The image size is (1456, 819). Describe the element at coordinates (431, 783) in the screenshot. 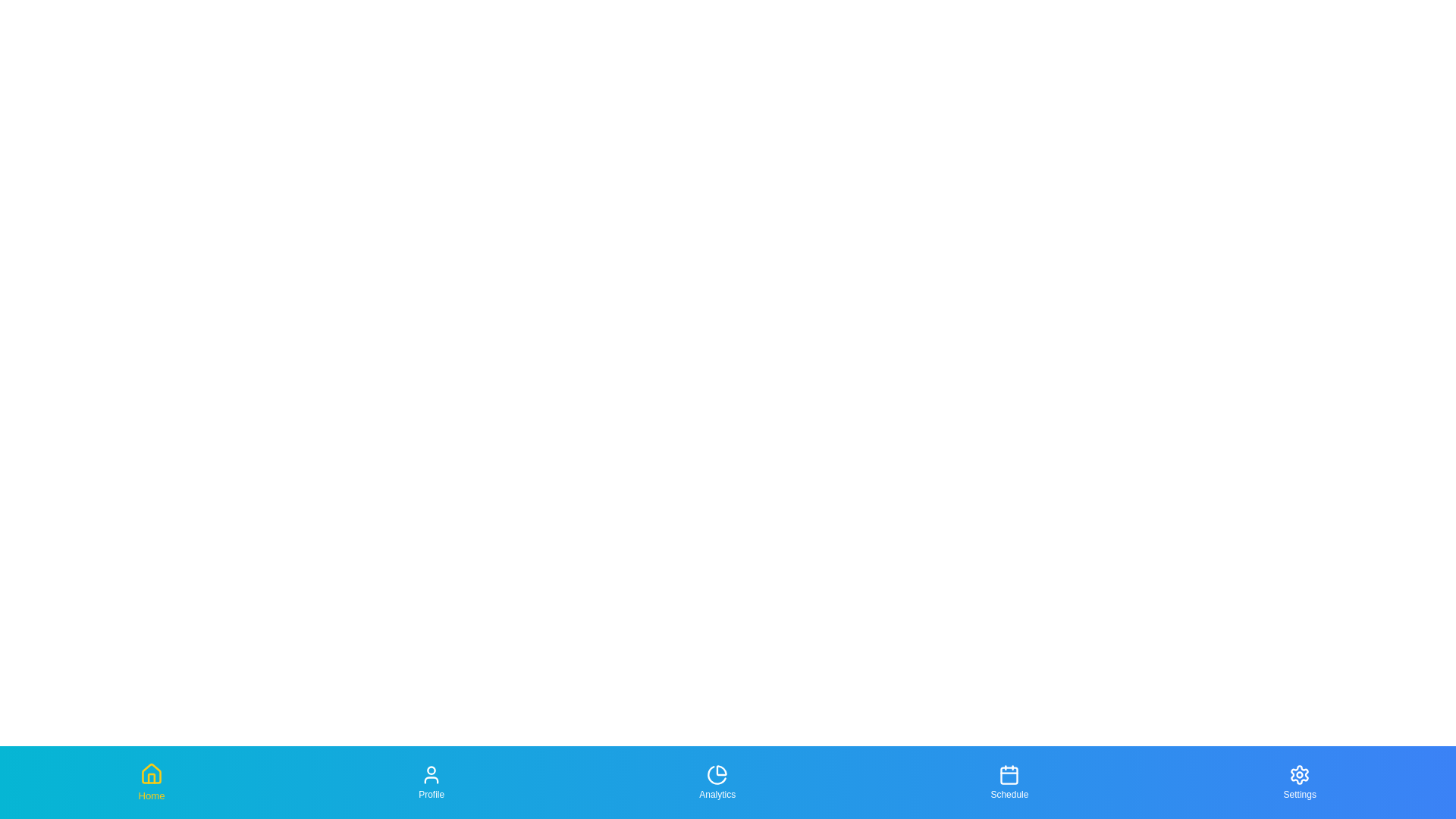

I see `the tab labeled Profile to focus on it` at that location.